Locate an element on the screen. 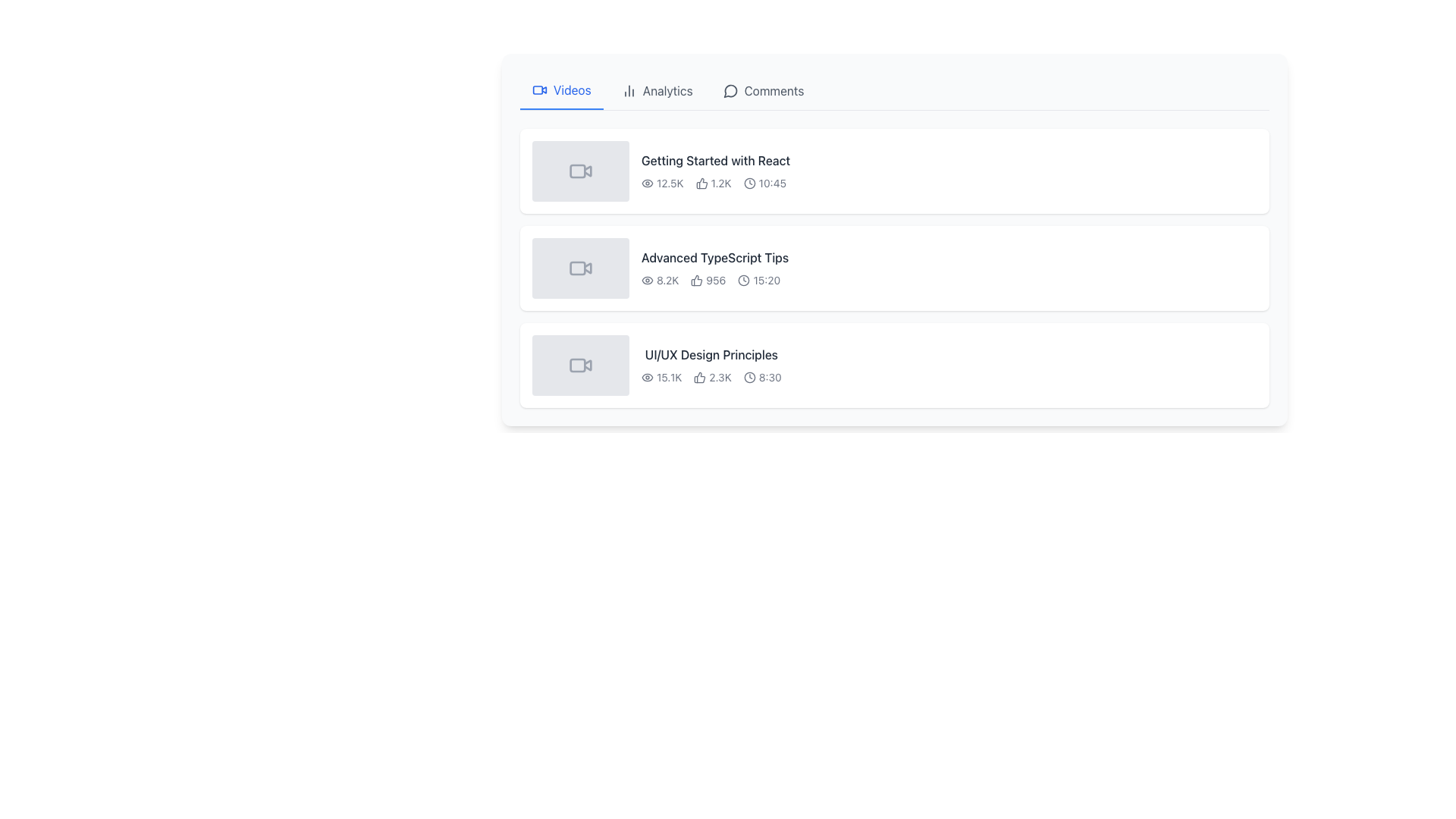 This screenshot has height=819, width=1456. the 'Videos' navigation tab, which features a video camera icon and blue bold text with an active blue underline is located at coordinates (560, 90).